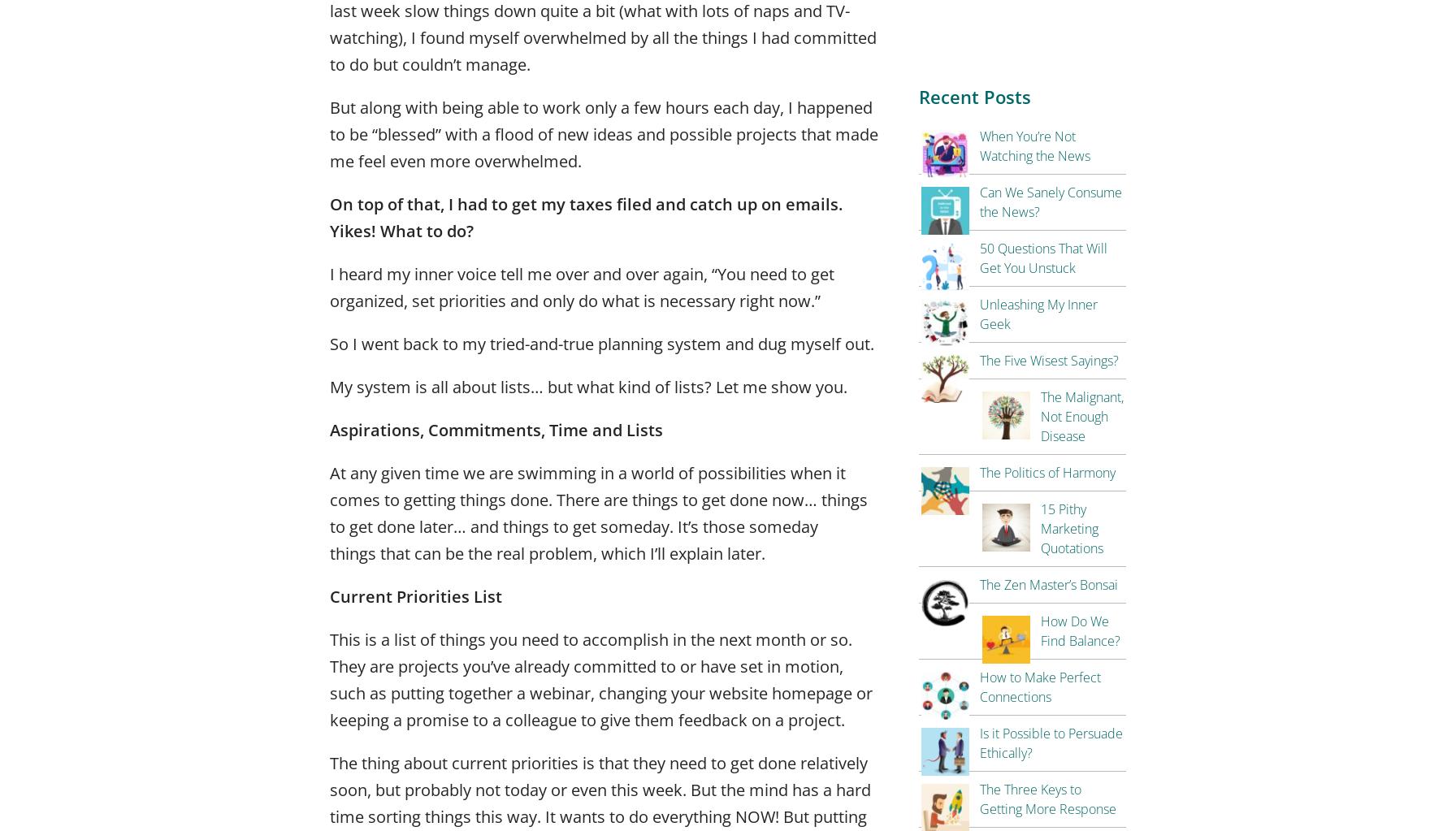 This screenshot has width=1456, height=831. Describe the element at coordinates (974, 96) in the screenshot. I see `'Recent Posts'` at that location.